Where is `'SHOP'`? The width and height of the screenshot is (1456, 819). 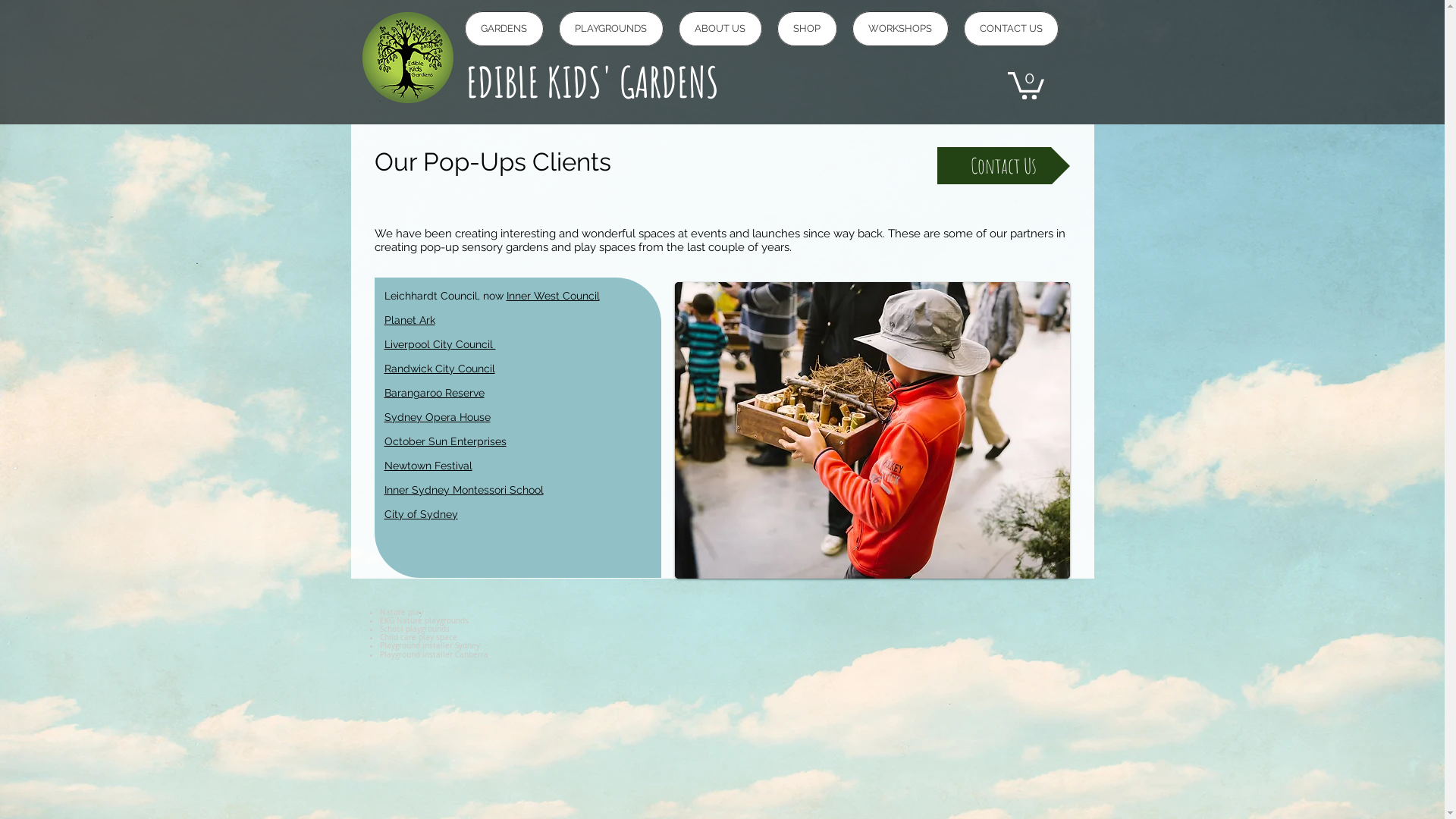 'SHOP' is located at coordinates (805, 29).